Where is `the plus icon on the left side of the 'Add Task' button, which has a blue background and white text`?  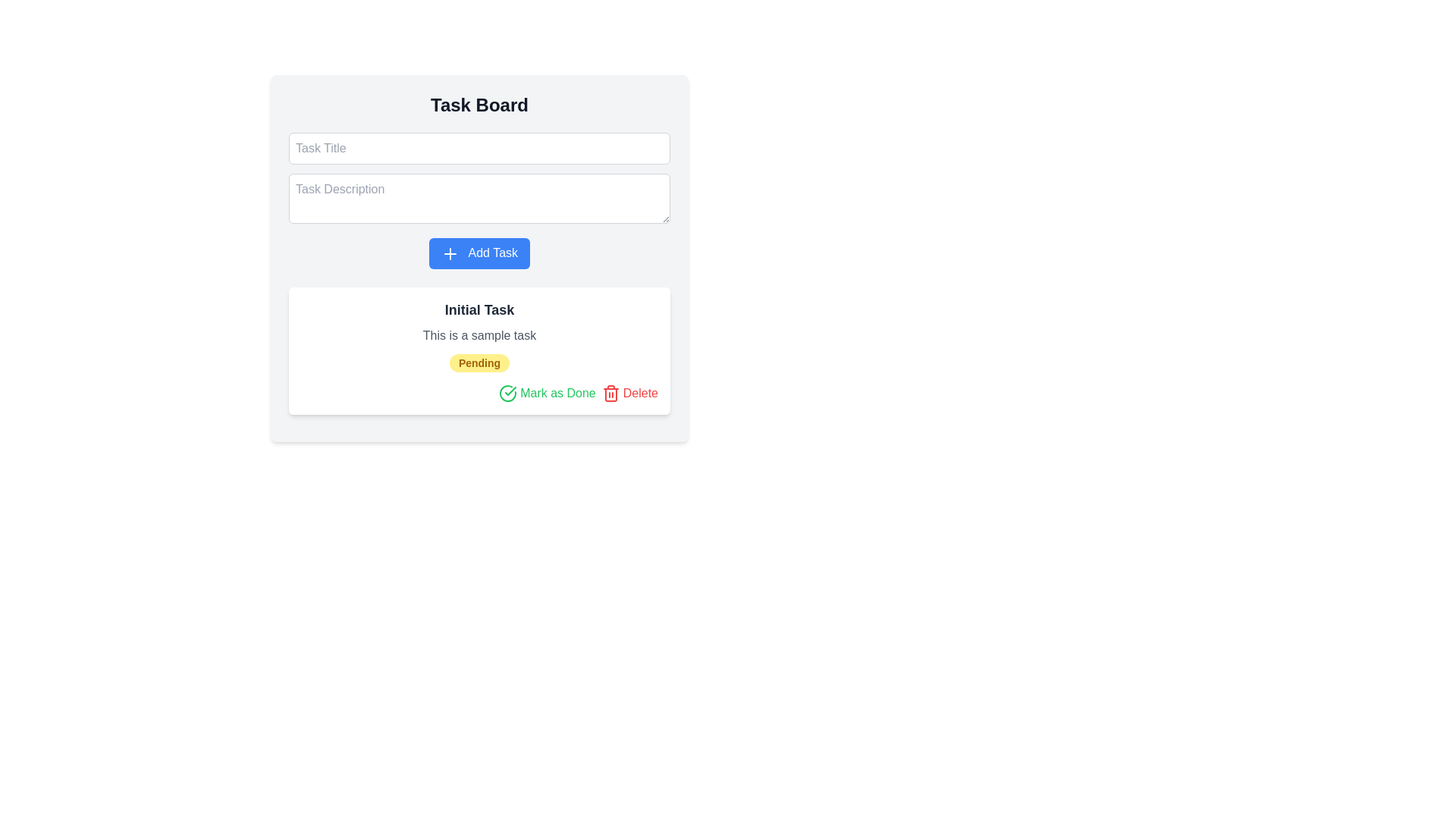
the plus icon on the left side of the 'Add Task' button, which has a blue background and white text is located at coordinates (449, 253).